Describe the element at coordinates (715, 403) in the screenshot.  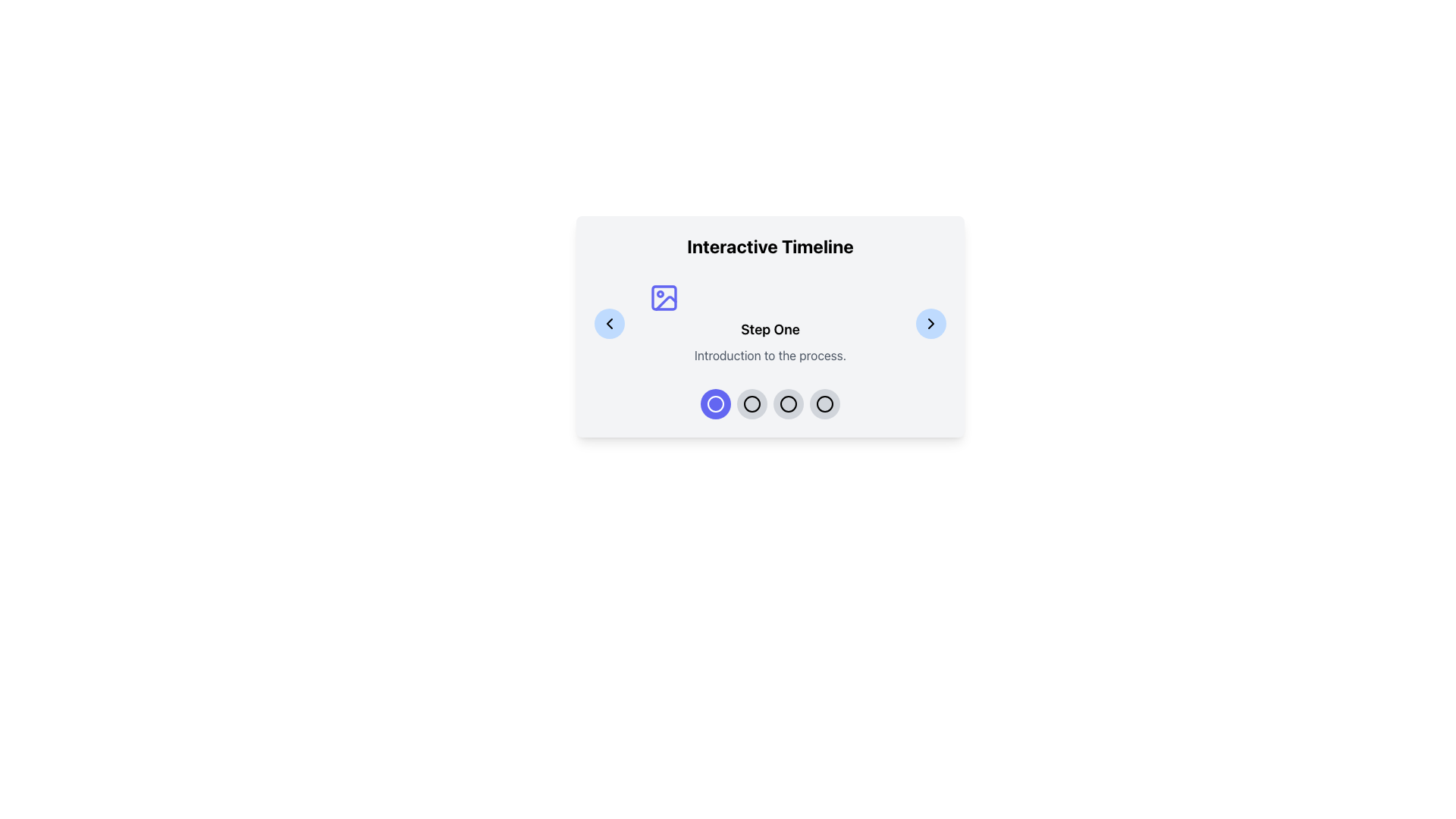
I see `the first circular navigation indicator, which is indigo colored and marks the current active step in the process` at that location.